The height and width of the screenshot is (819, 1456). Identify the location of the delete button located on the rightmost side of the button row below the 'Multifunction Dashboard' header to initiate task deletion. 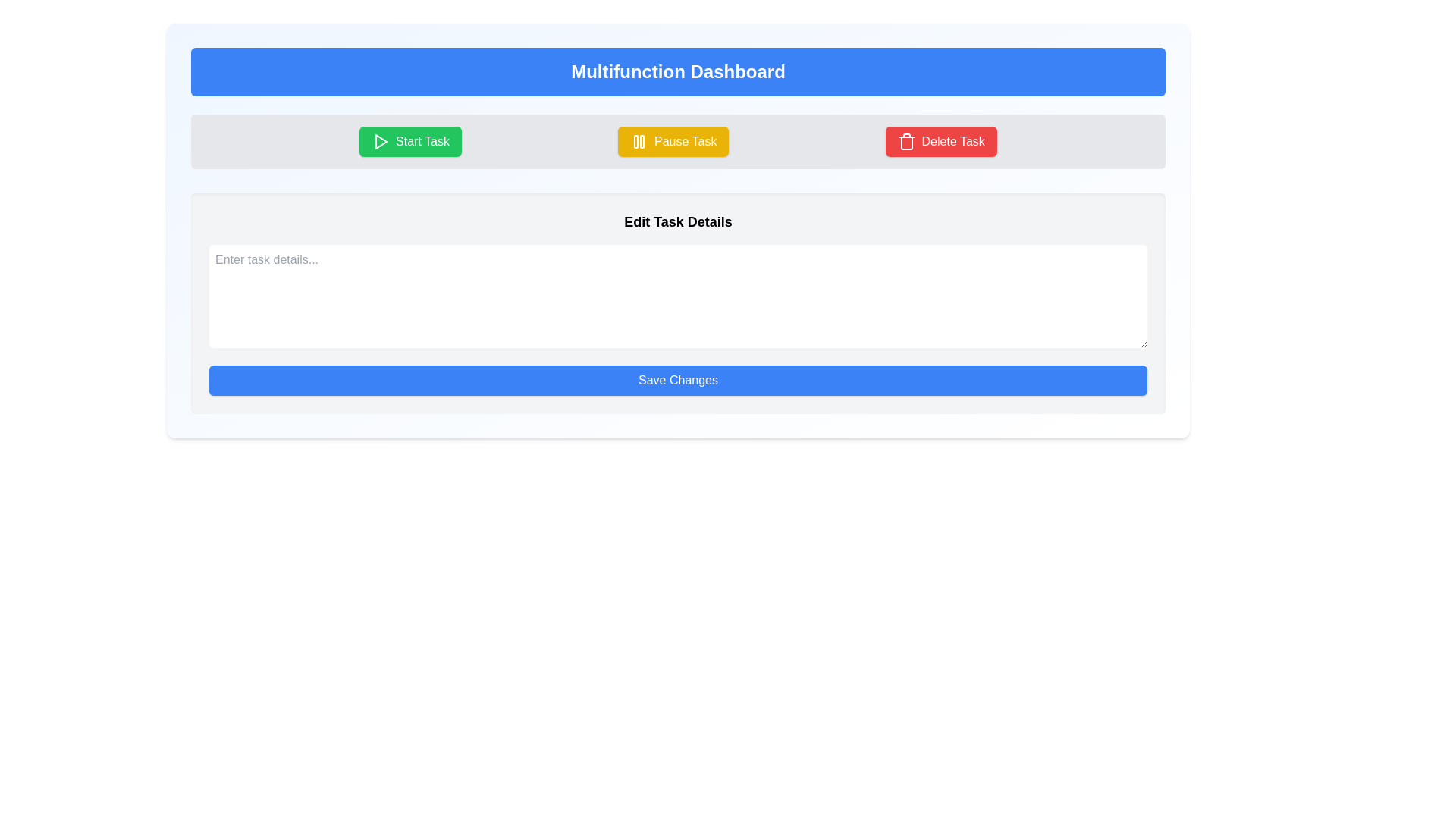
(940, 141).